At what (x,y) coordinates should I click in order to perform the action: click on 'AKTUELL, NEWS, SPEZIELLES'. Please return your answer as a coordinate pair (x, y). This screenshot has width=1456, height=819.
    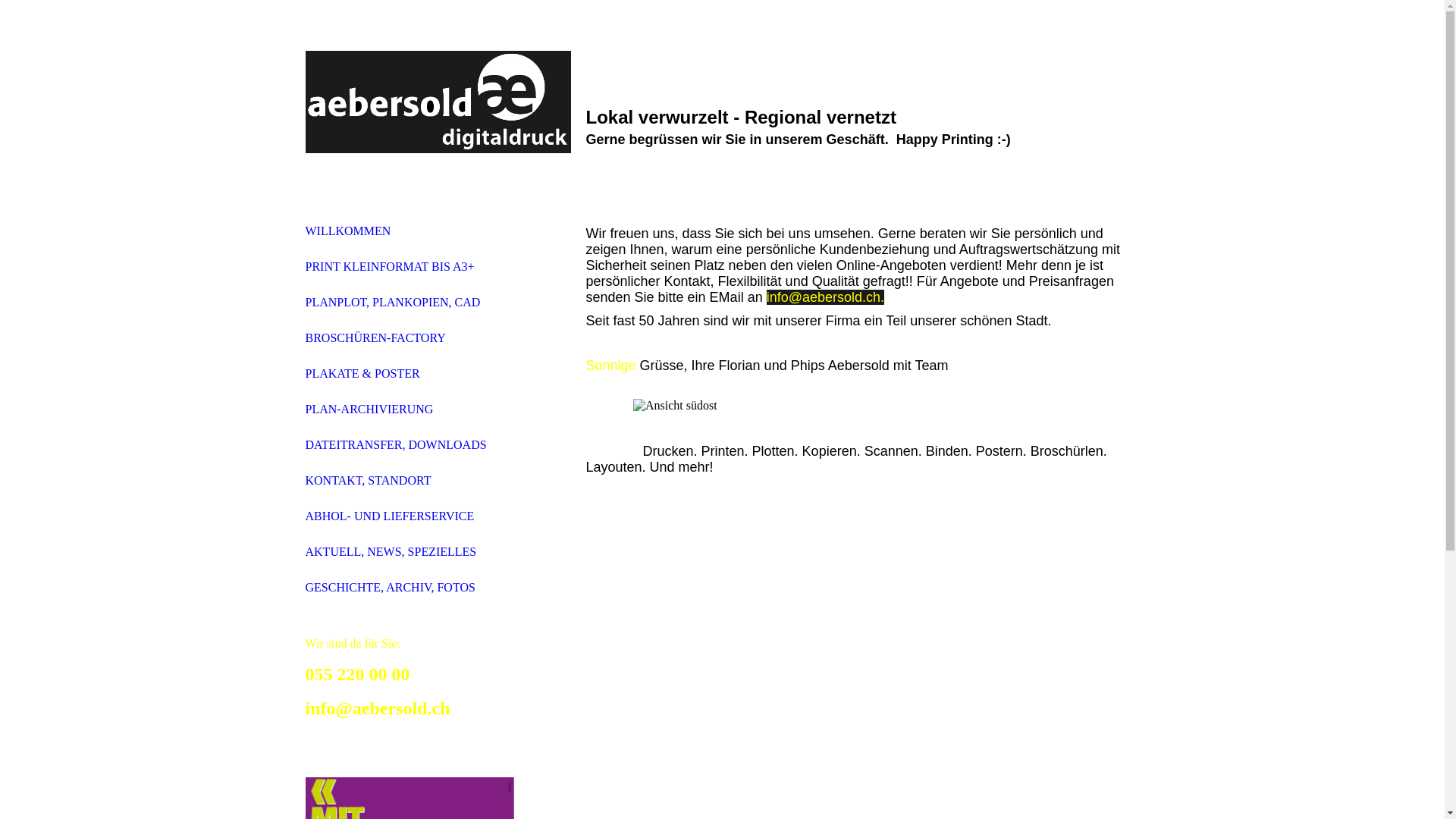
    Looking at the image, I should click on (390, 551).